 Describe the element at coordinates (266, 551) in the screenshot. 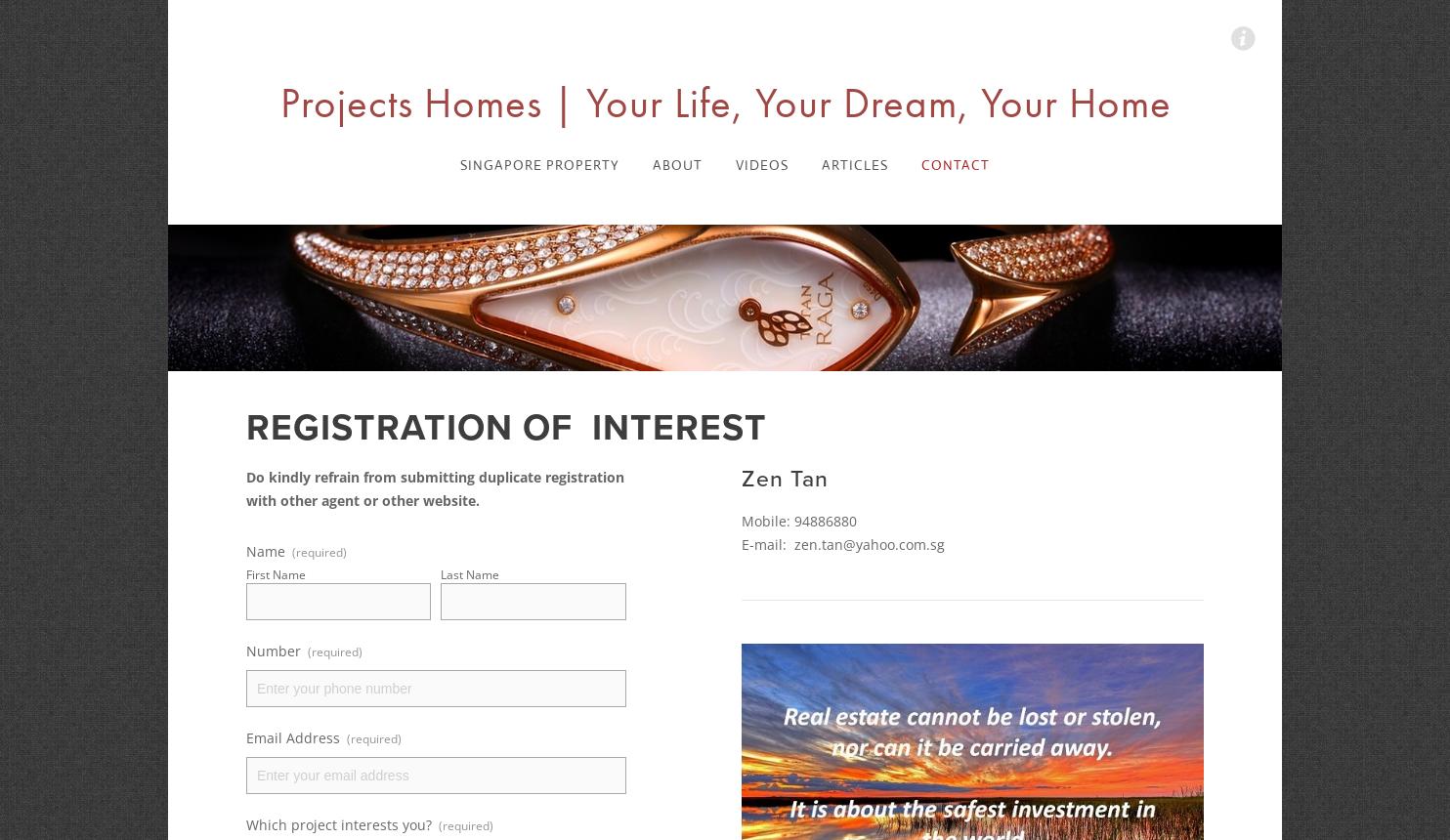

I see `'Name'` at that location.